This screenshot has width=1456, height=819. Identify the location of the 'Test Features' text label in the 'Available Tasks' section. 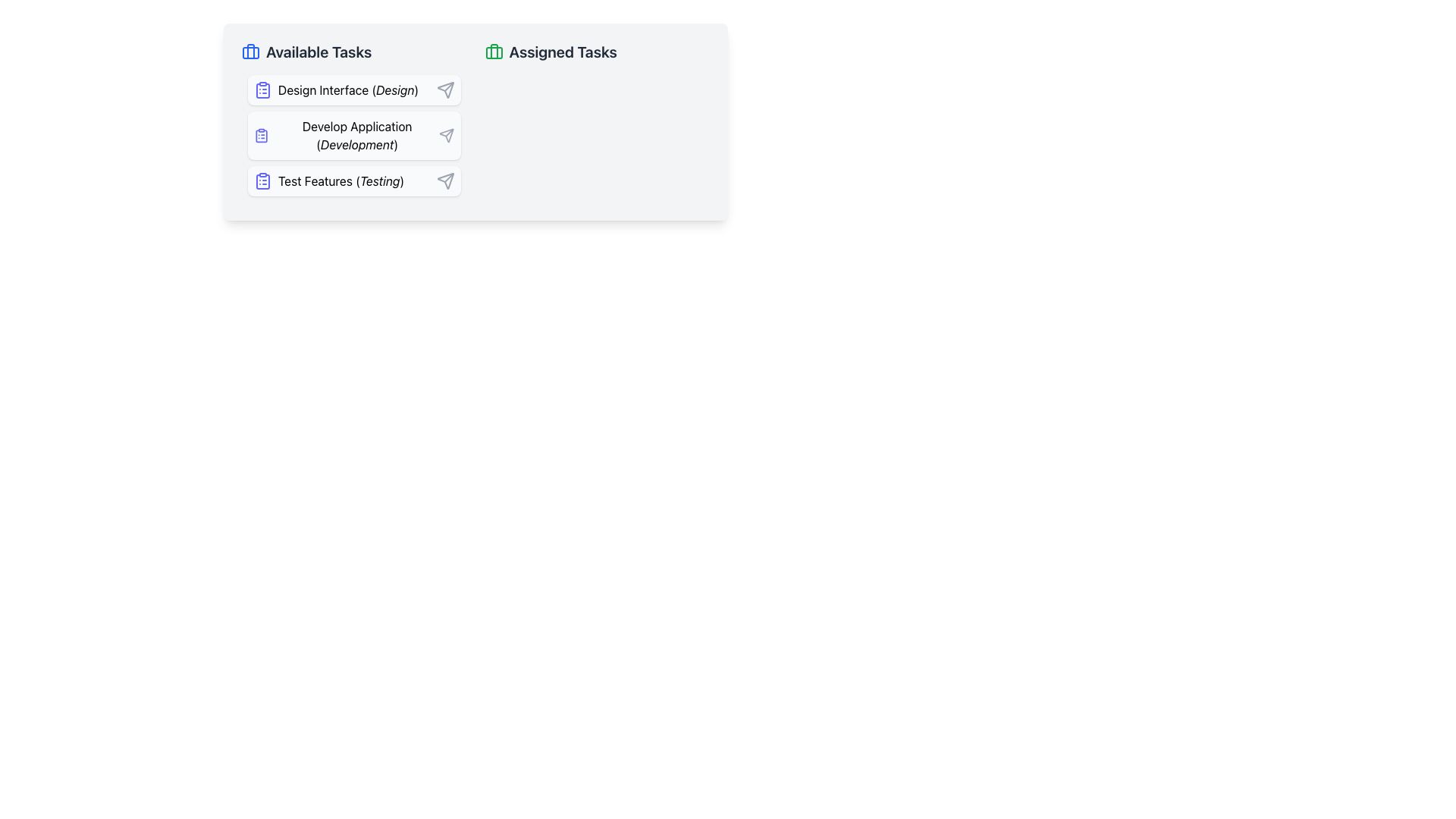
(340, 180).